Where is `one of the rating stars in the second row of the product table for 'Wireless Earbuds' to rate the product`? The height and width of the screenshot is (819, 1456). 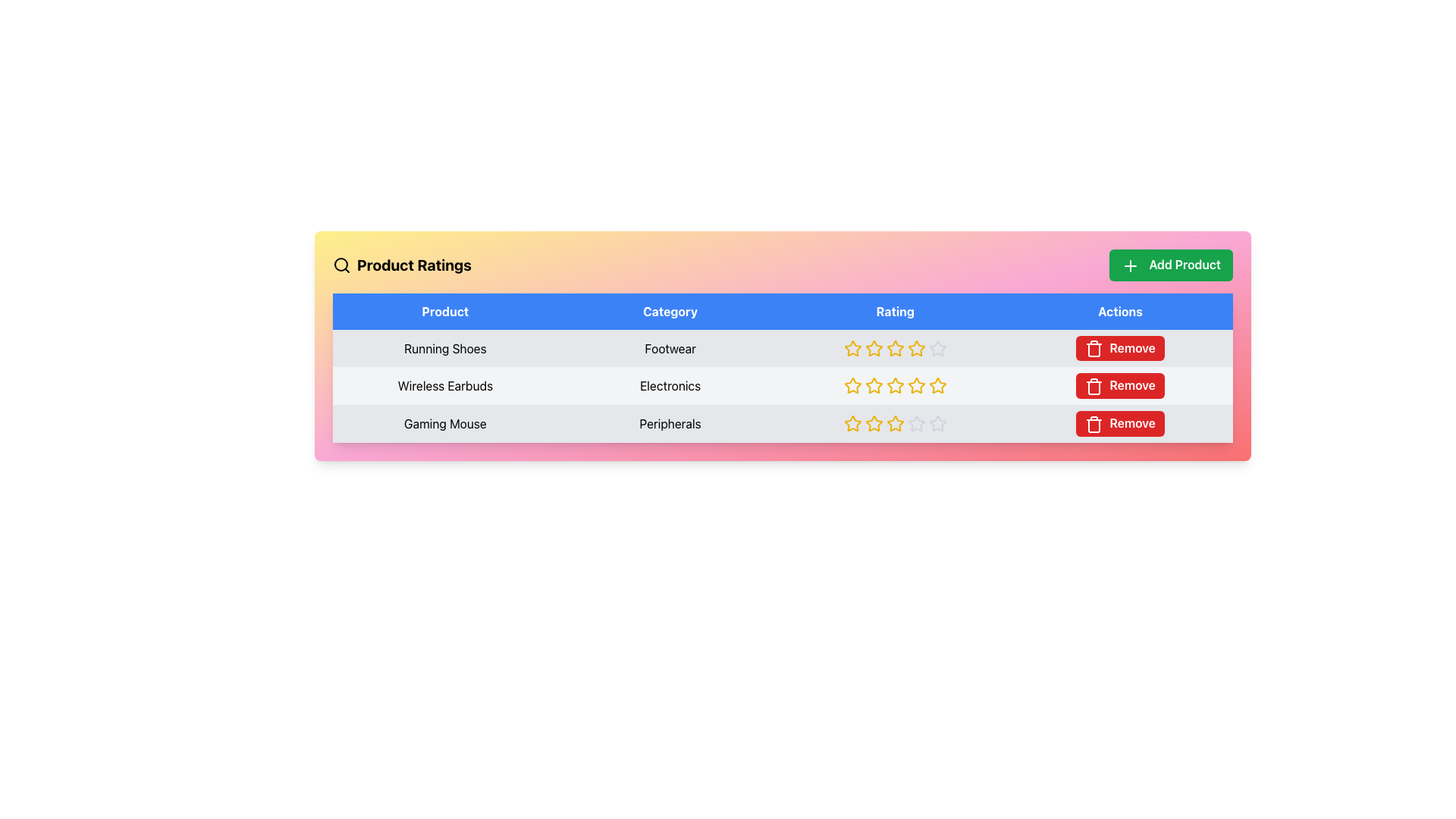 one of the rating stars in the second row of the product table for 'Wireless Earbuds' to rate the product is located at coordinates (783, 385).